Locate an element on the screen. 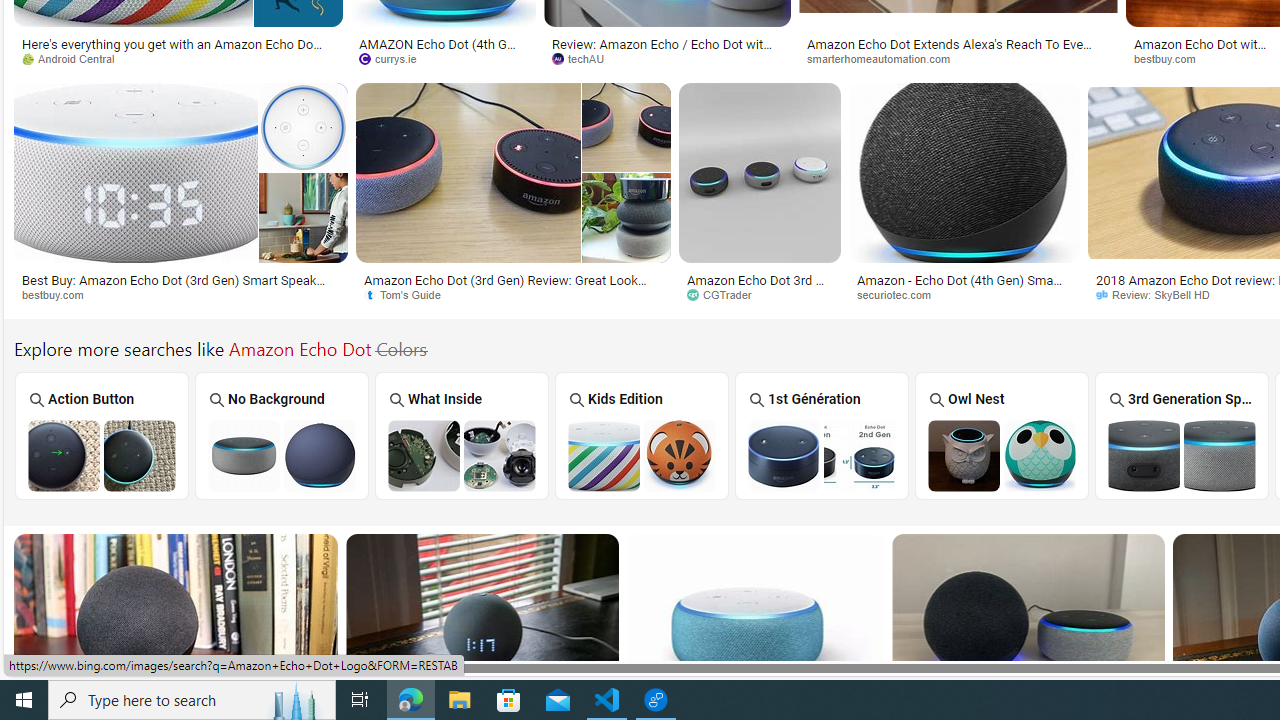  'CGTrader' is located at coordinates (725, 294).